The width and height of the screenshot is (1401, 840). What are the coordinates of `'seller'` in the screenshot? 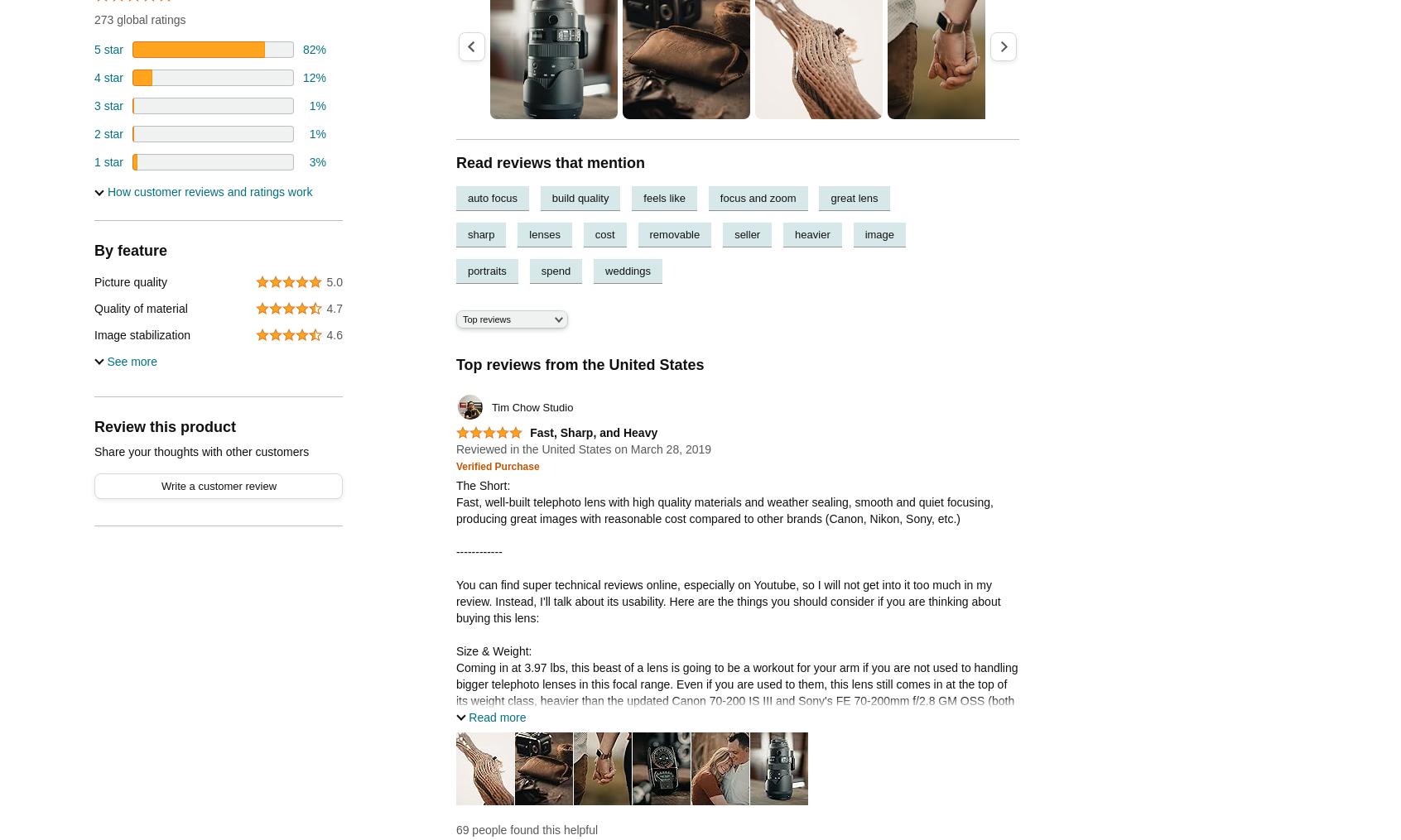 It's located at (746, 233).